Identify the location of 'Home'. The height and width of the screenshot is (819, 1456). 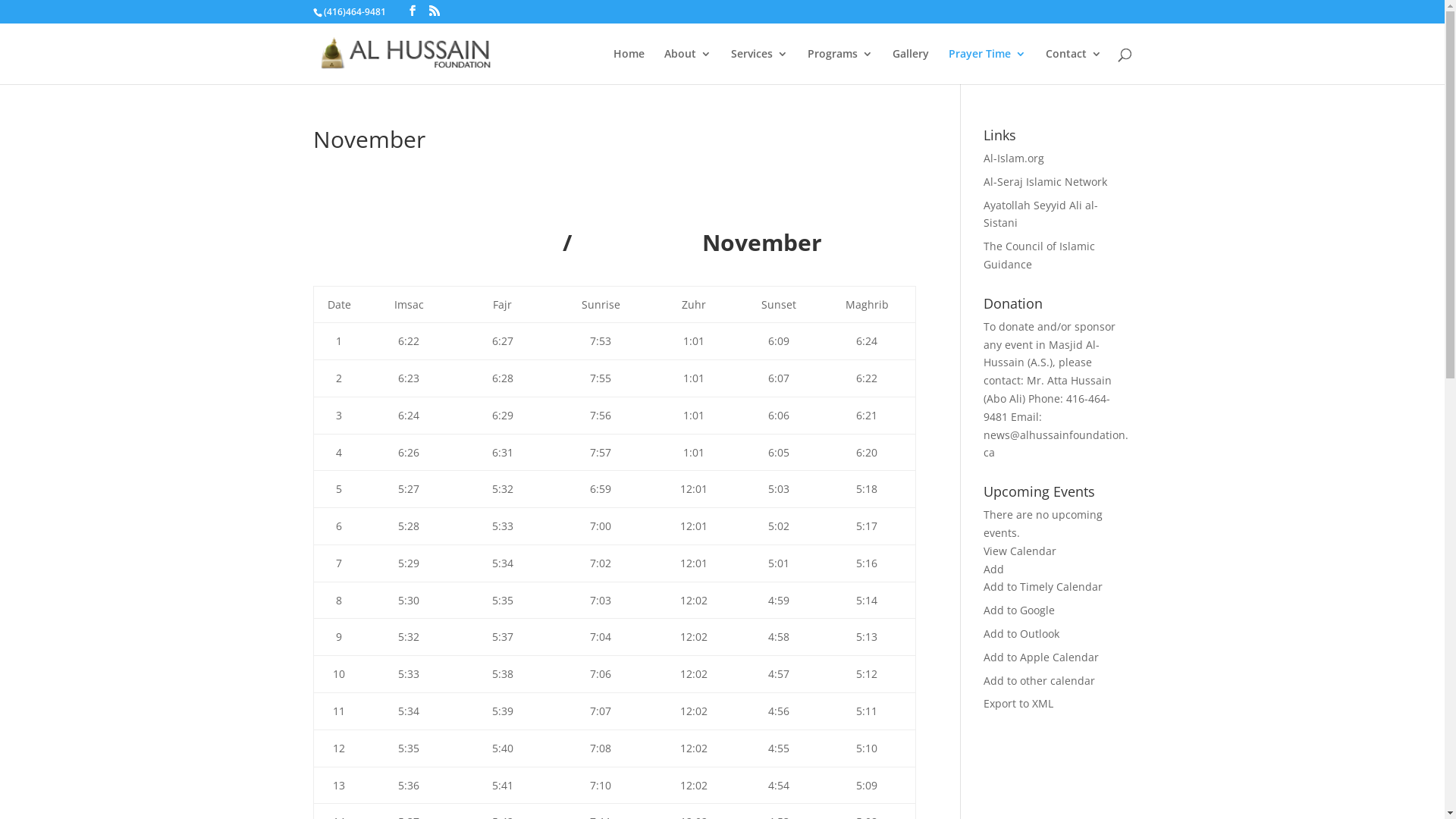
(612, 65).